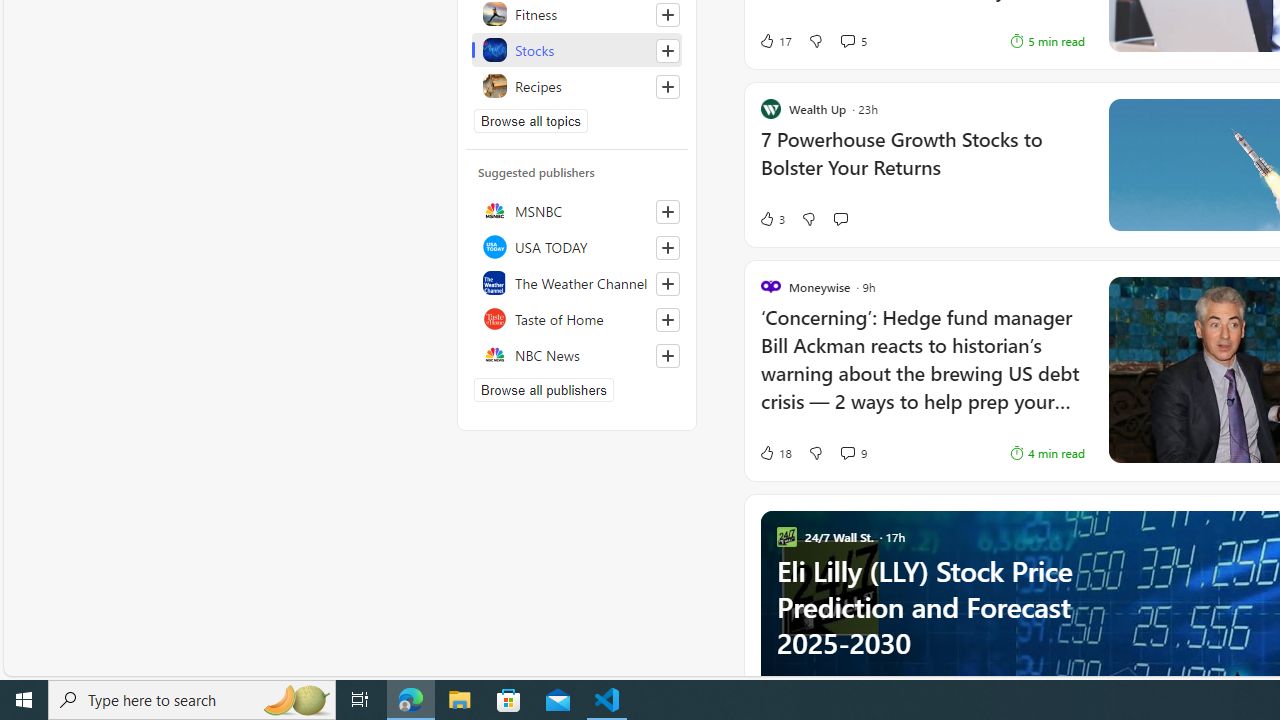 Image resolution: width=1280 pixels, height=720 pixels. Describe the element at coordinates (668, 85) in the screenshot. I see `'Follow this topic'` at that location.